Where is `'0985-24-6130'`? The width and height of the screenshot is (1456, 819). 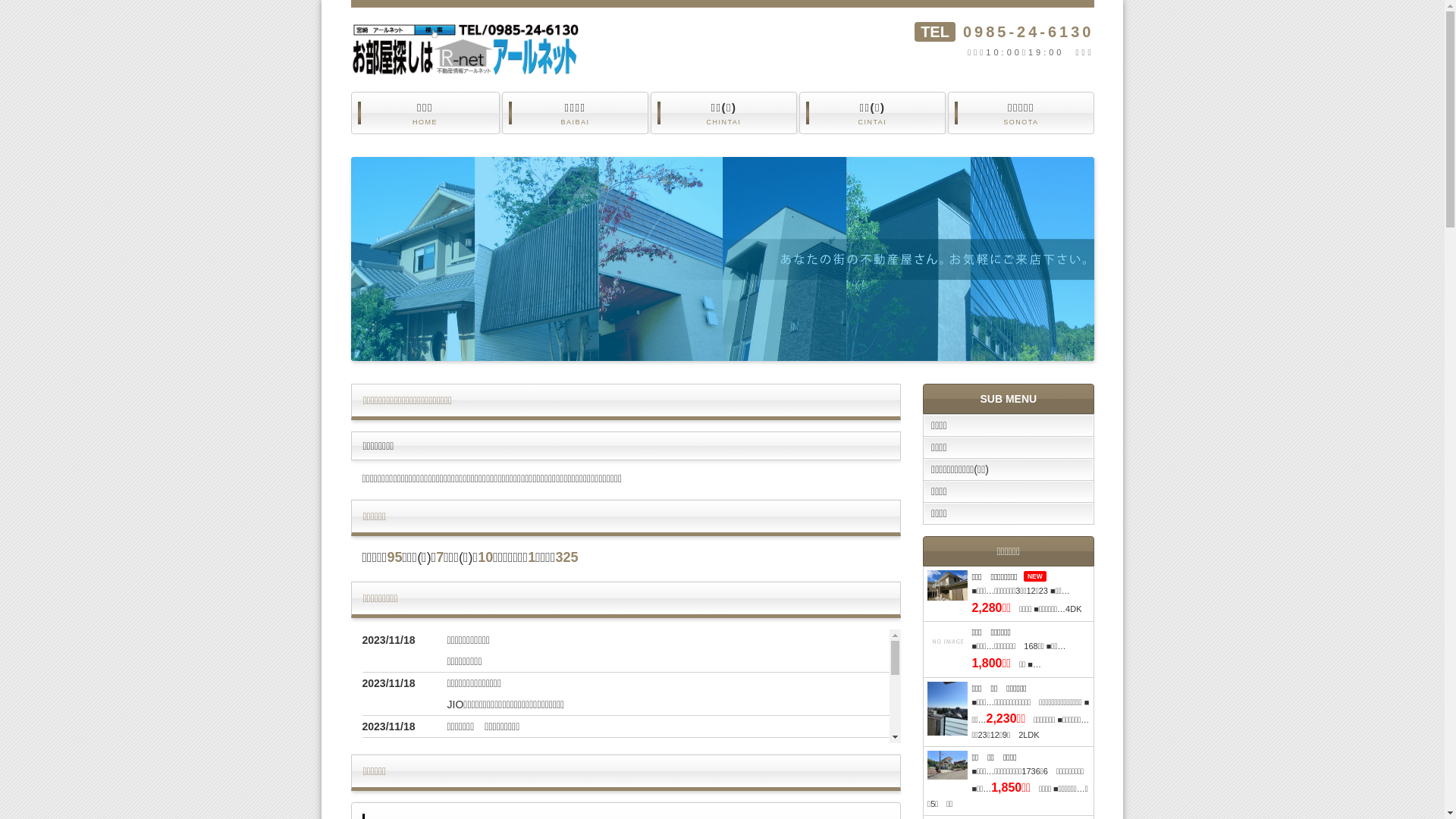
'0985-24-6130' is located at coordinates (962, 32).